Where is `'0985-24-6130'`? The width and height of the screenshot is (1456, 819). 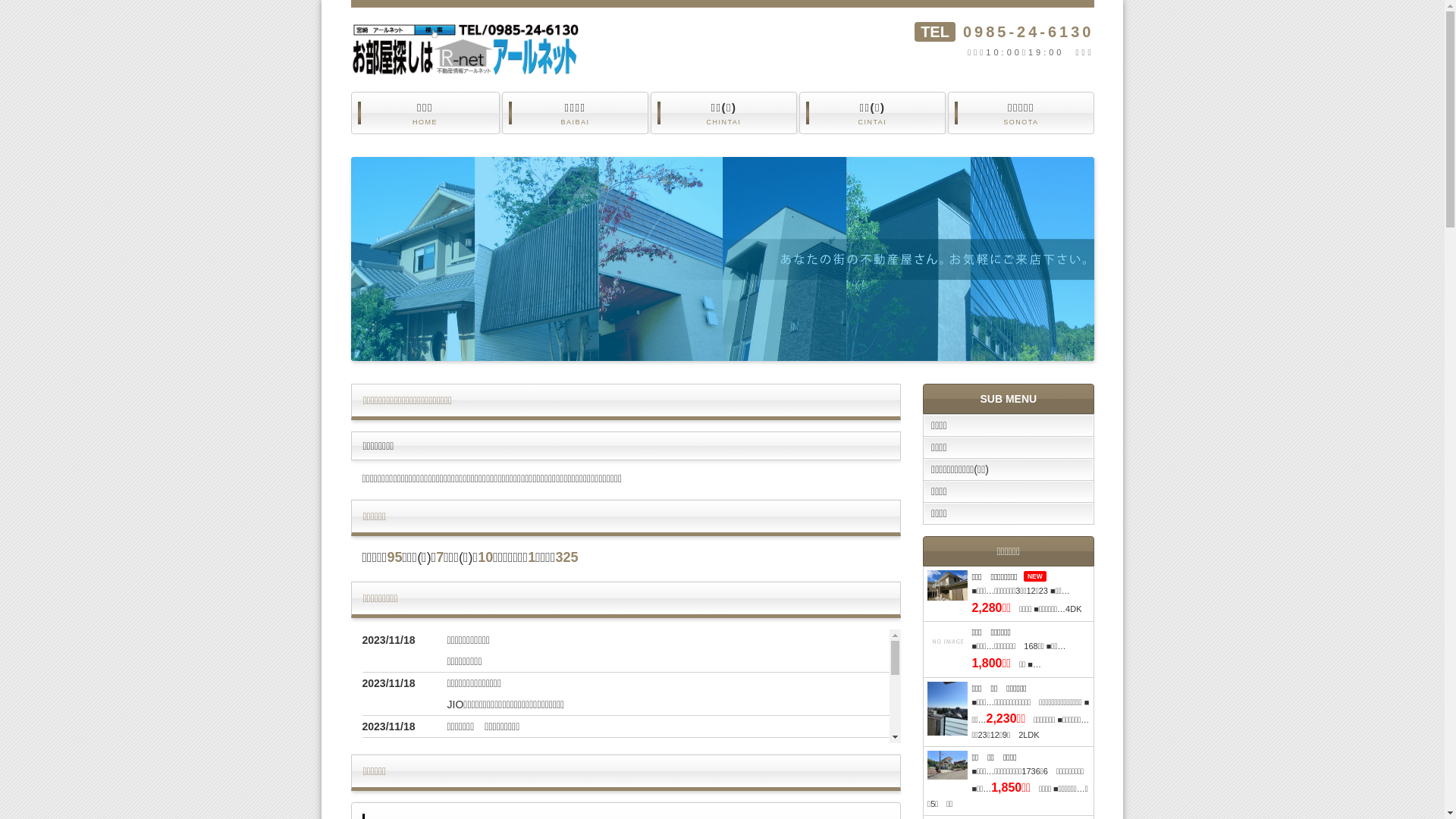
'0985-24-6130' is located at coordinates (962, 32).